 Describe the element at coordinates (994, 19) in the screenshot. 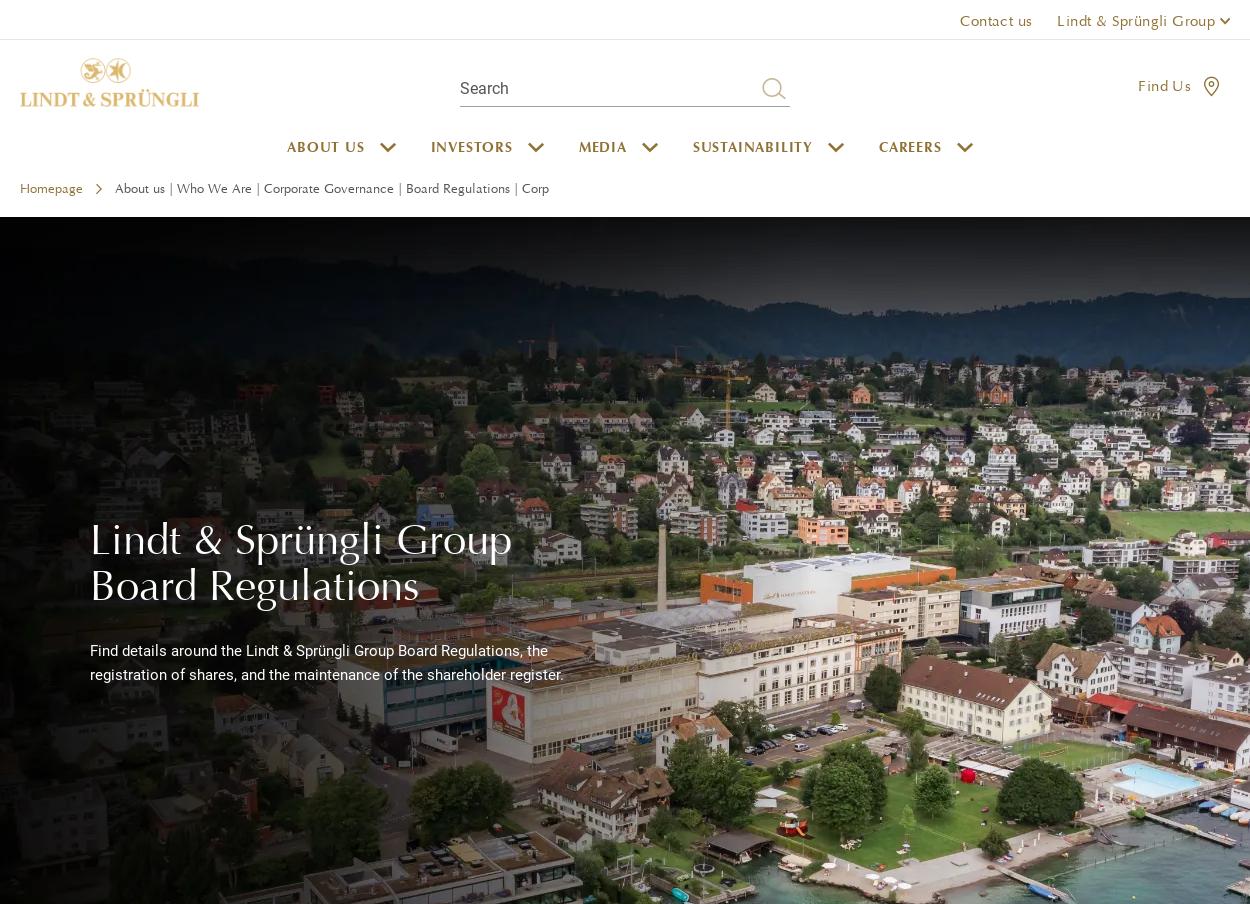

I see `'Contact us'` at that location.